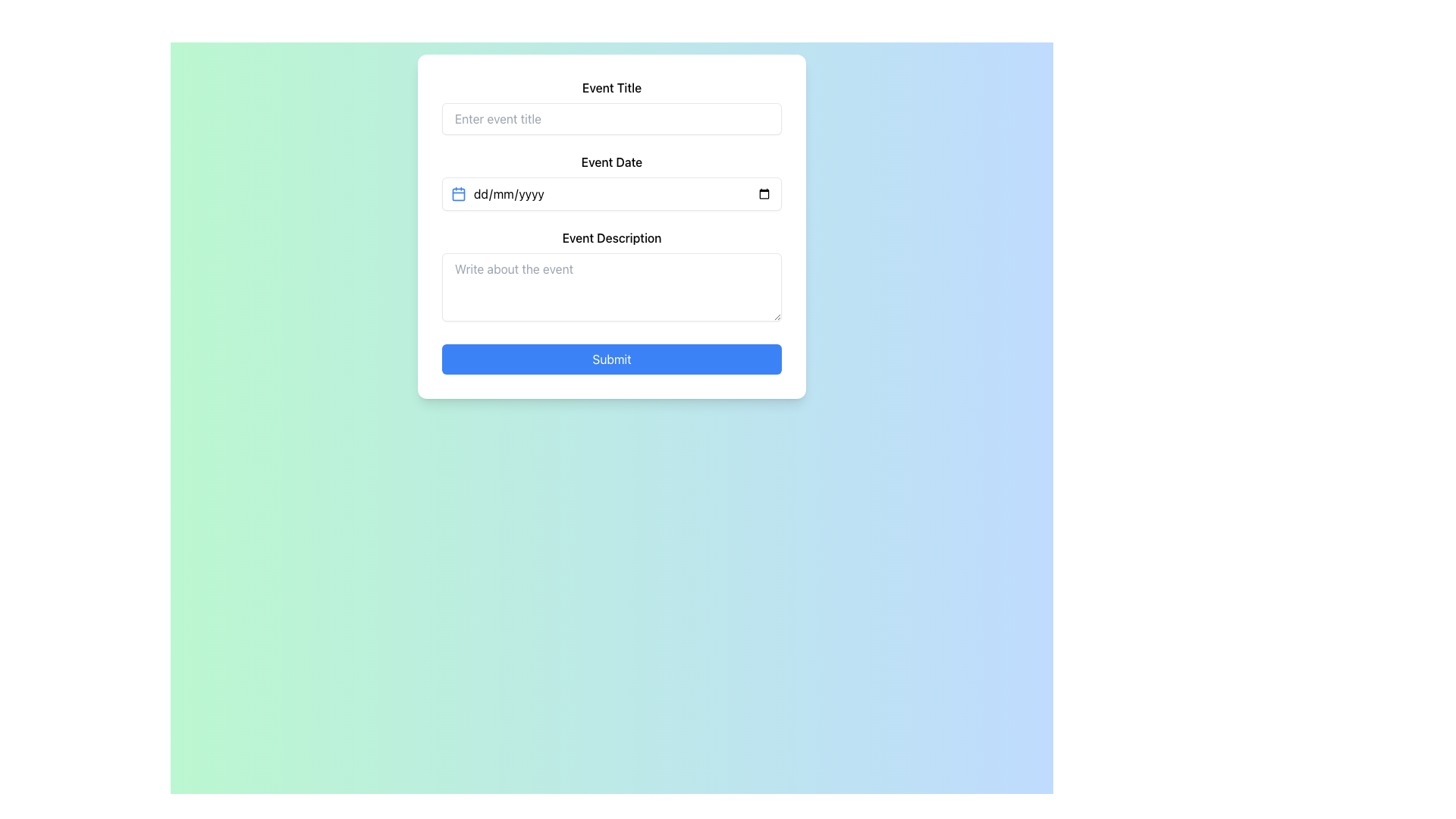  I want to click on text from the label that displays 'Event Description', which is located below the 'Event Date' field and above the multi-line text input field labeled 'Write about the event', so click(611, 237).